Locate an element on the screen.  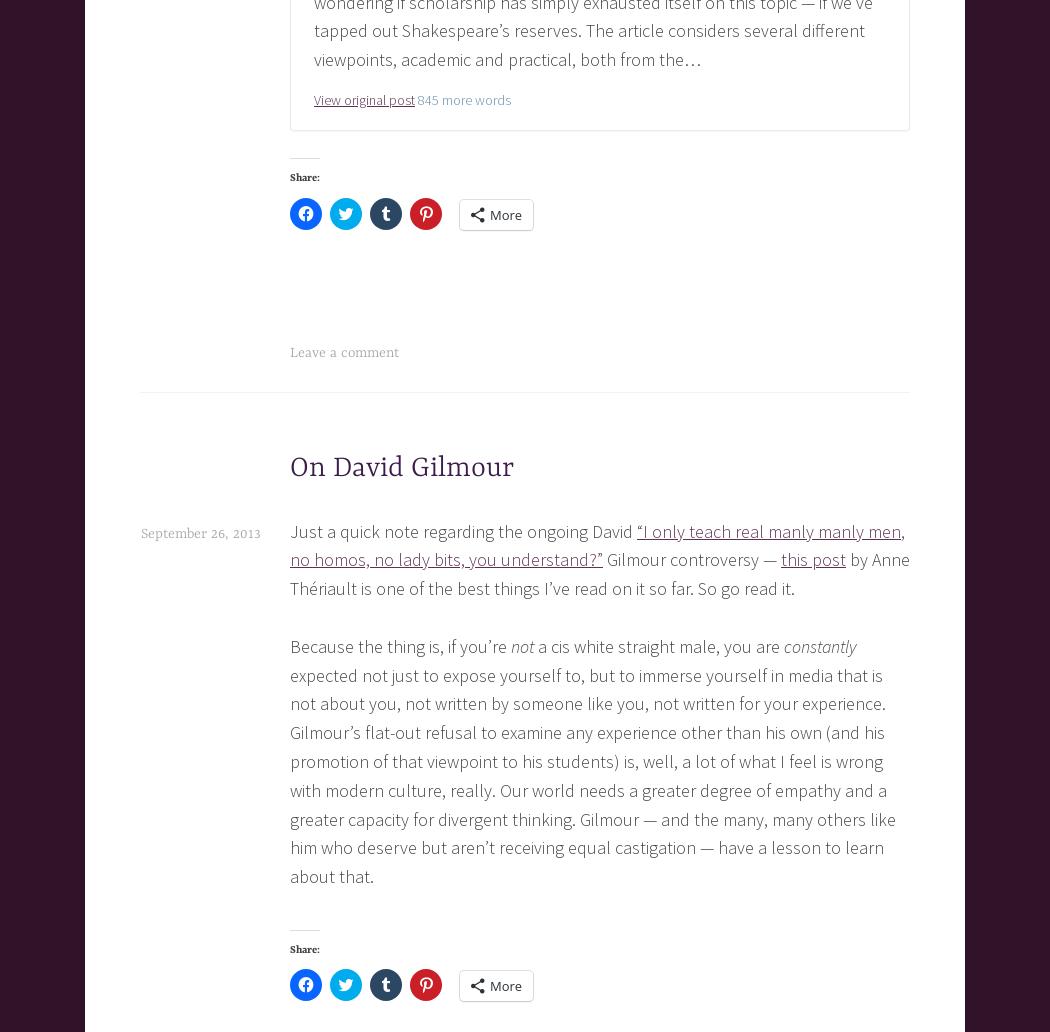
'Gilmour controversy —' is located at coordinates (603, 559).